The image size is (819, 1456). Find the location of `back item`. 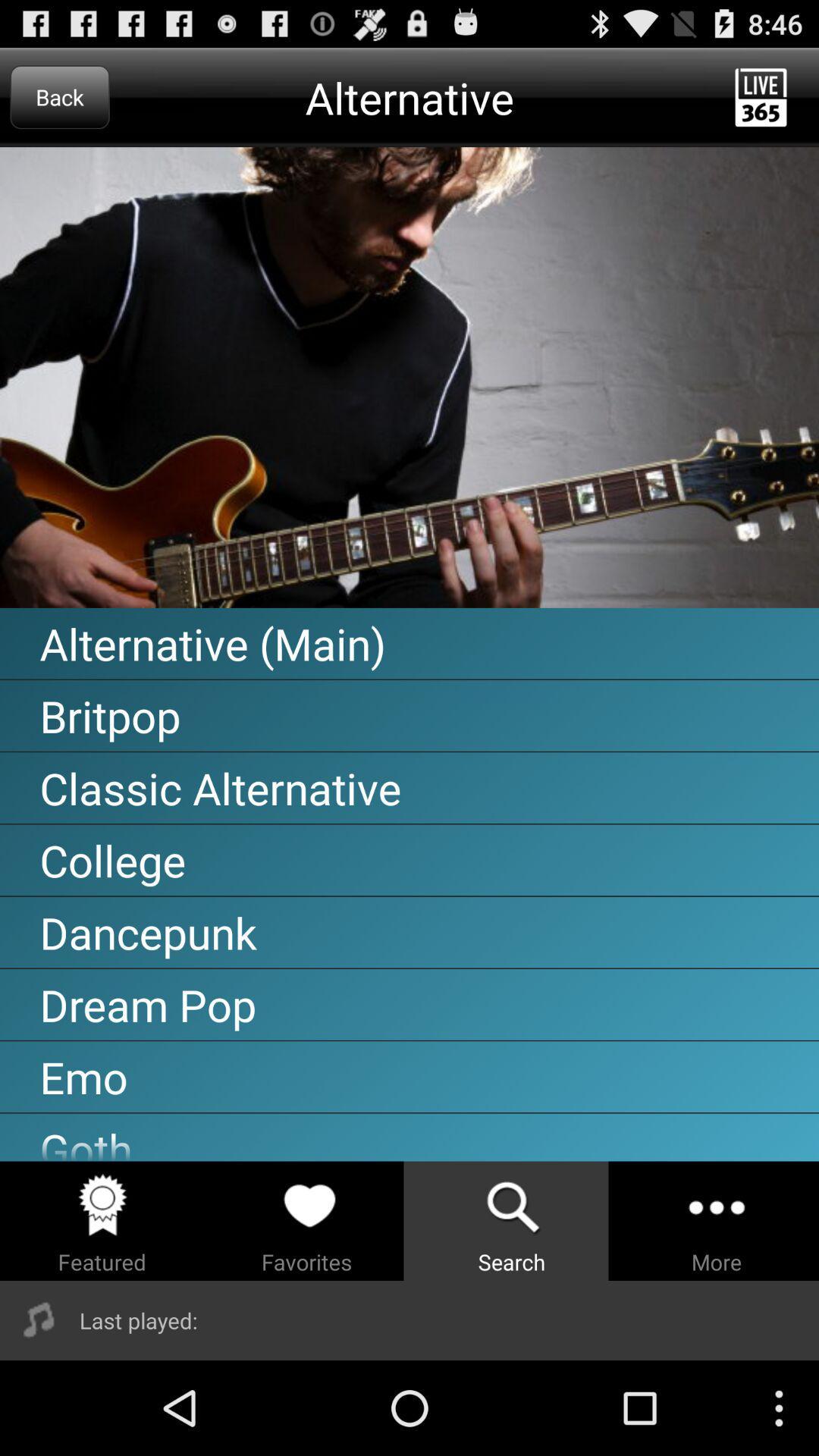

back item is located at coordinates (59, 96).